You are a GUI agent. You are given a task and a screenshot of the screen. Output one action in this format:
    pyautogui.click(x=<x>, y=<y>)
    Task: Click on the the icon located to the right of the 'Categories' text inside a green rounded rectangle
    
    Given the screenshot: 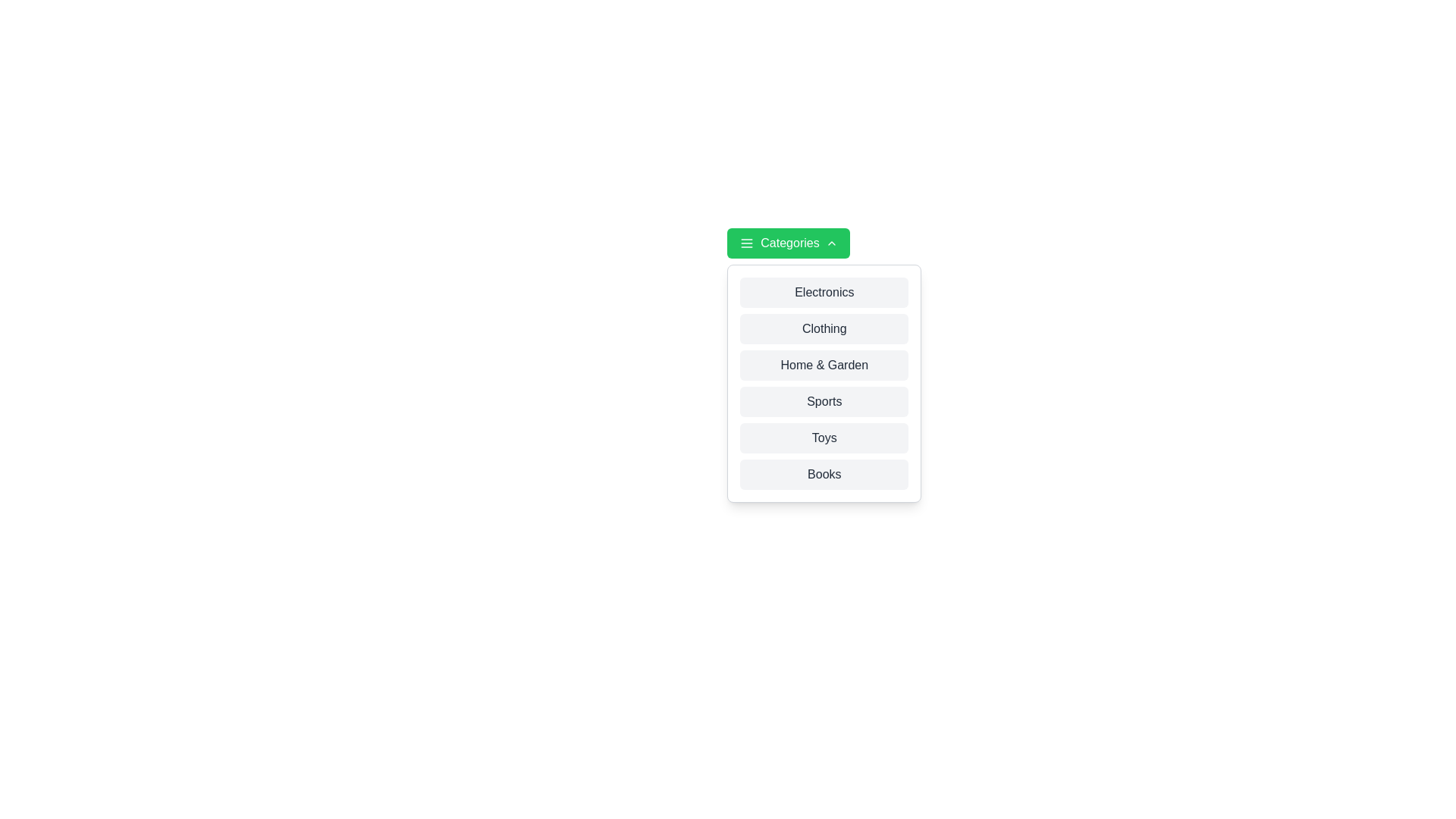 What is the action you would take?
    pyautogui.click(x=830, y=242)
    